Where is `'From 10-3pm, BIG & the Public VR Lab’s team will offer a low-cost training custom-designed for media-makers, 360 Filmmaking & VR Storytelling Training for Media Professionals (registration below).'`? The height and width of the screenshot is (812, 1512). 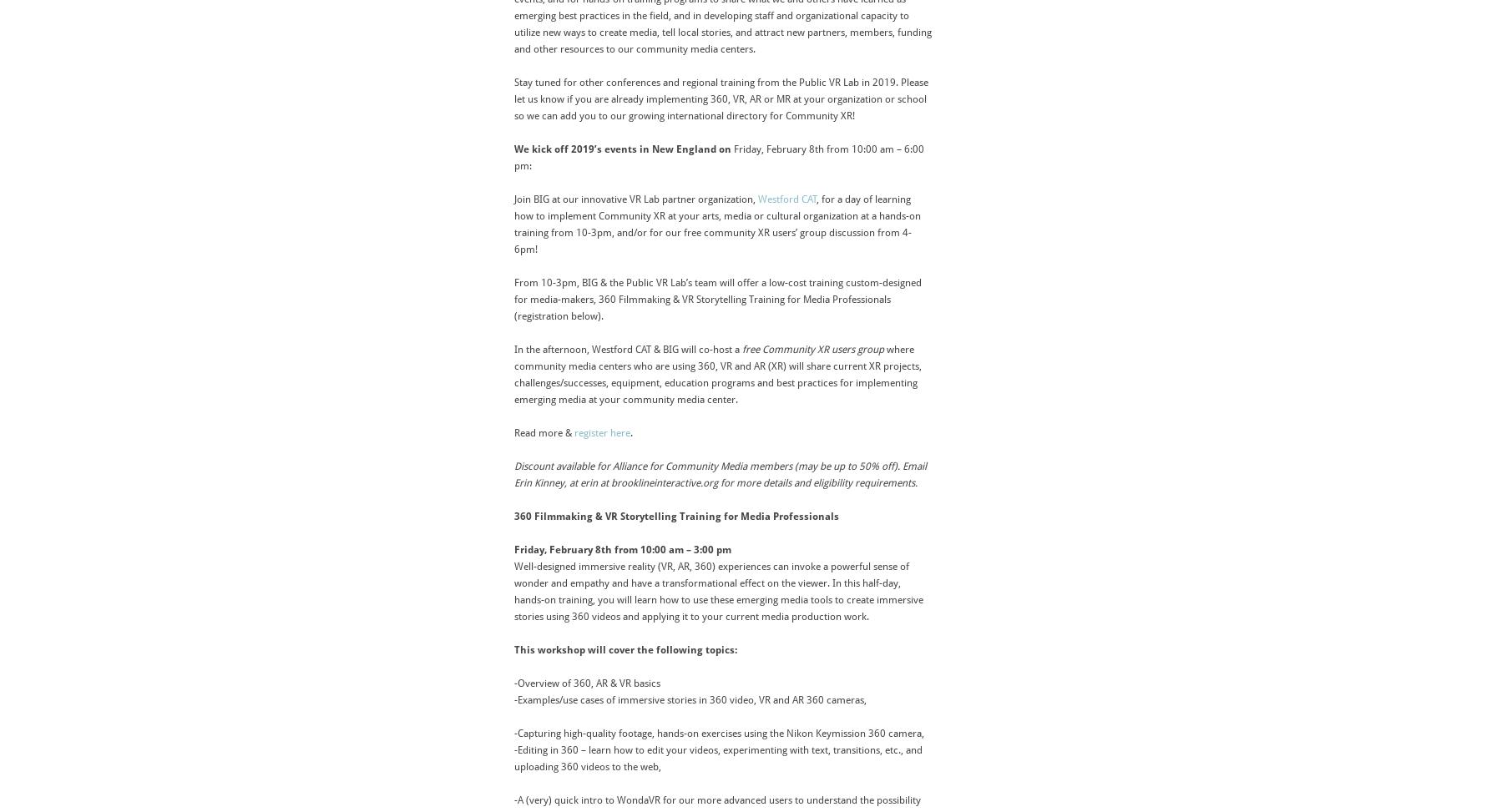
'From 10-3pm, BIG & the Public VR Lab’s team will offer a low-cost training custom-designed for media-makers, 360 Filmmaking & VR Storytelling Training for Media Professionals (registration below).' is located at coordinates (716, 299).